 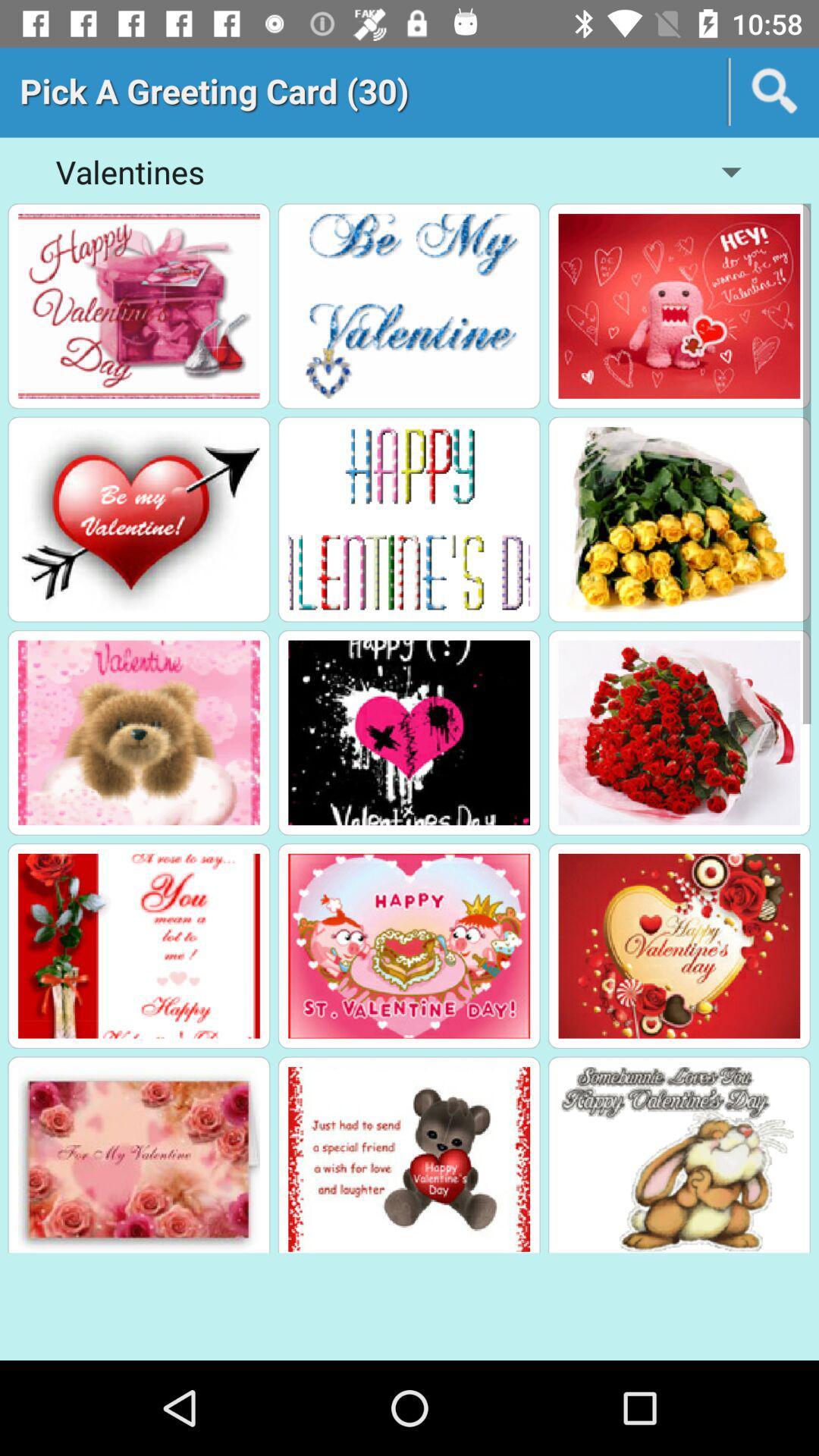 What do you see at coordinates (408, 519) in the screenshot?
I see `to more like that` at bounding box center [408, 519].